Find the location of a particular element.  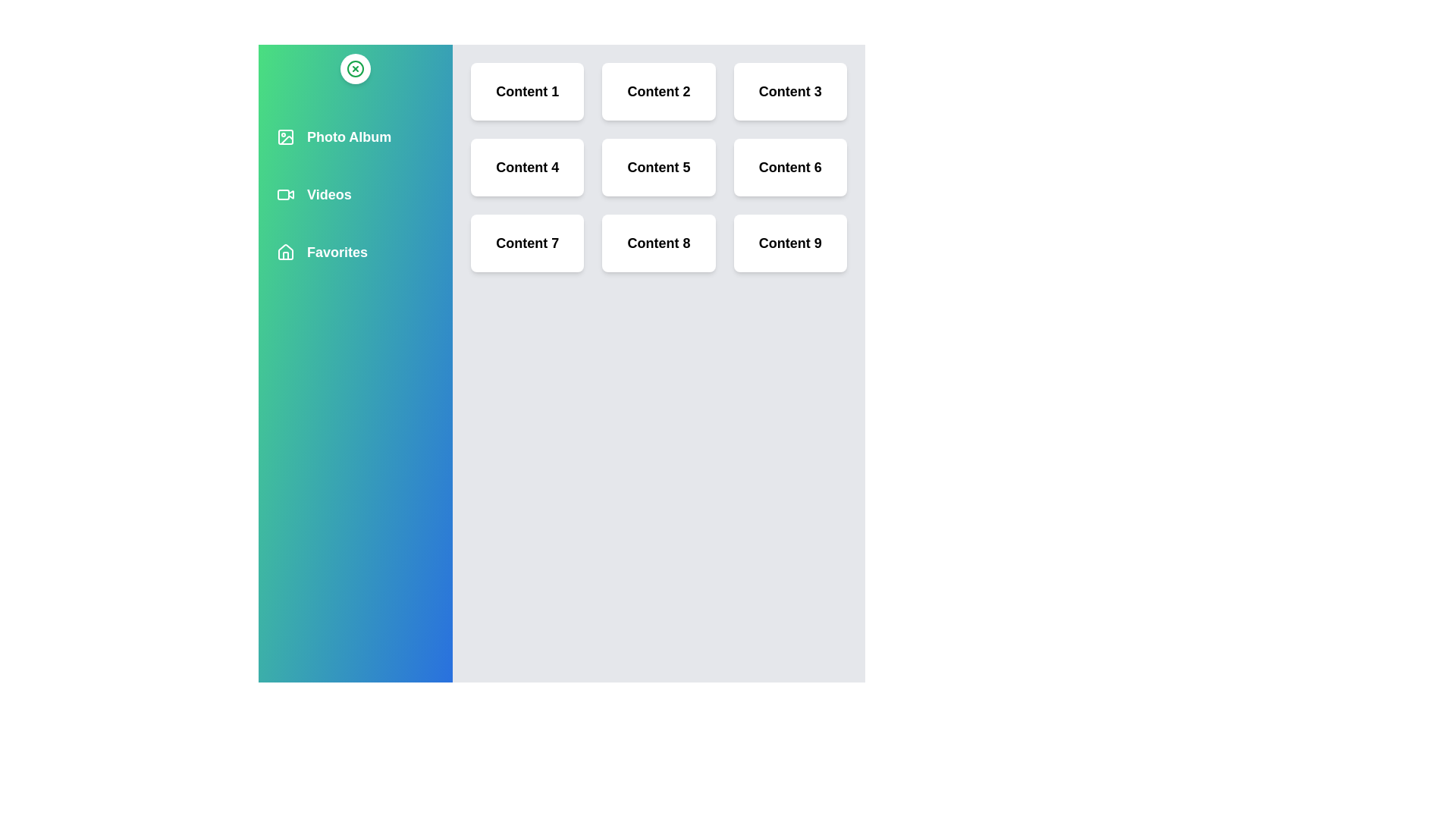

the multimedia item Videos from the list is located at coordinates (359, 194).